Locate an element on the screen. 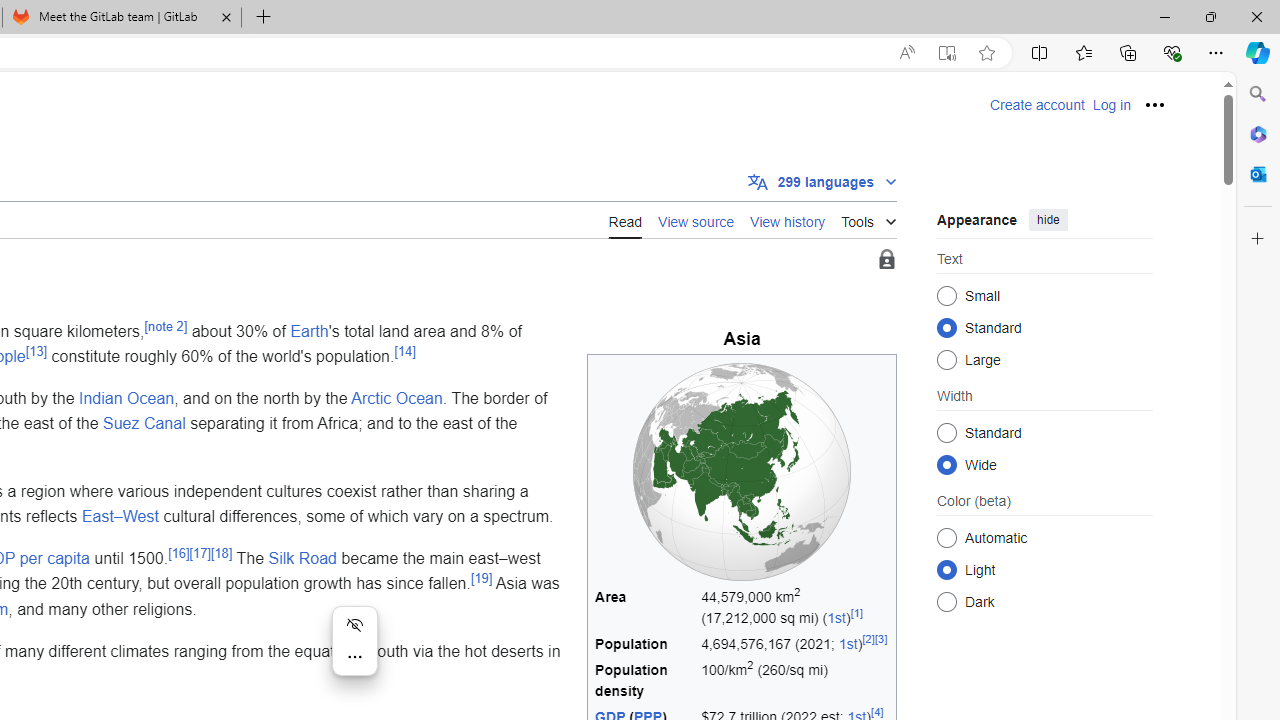  '[13]' is located at coordinates (37, 350).